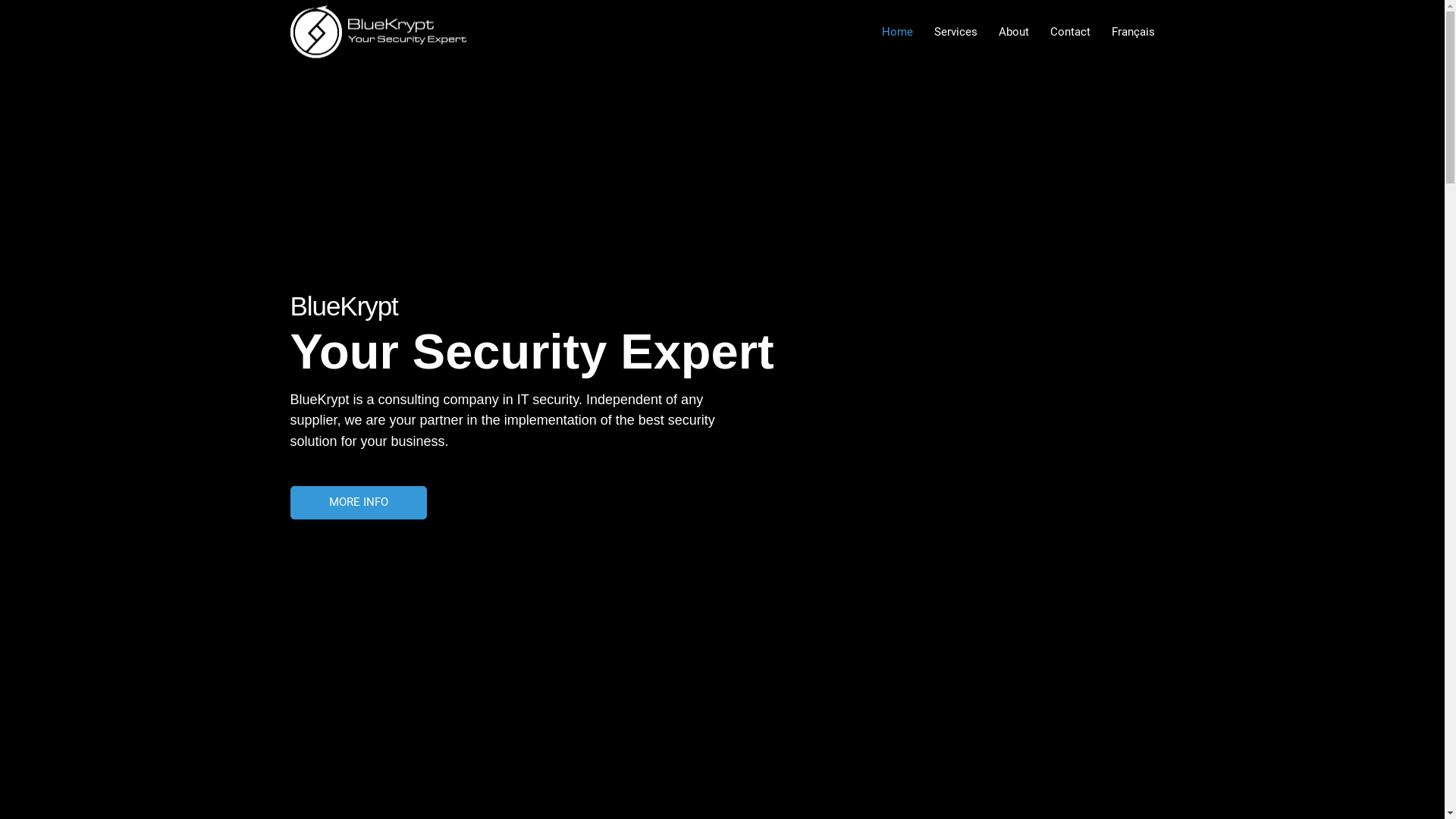 The height and width of the screenshot is (819, 1456). What do you see at coordinates (356, 502) in the screenshot?
I see `'MORE INFO'` at bounding box center [356, 502].